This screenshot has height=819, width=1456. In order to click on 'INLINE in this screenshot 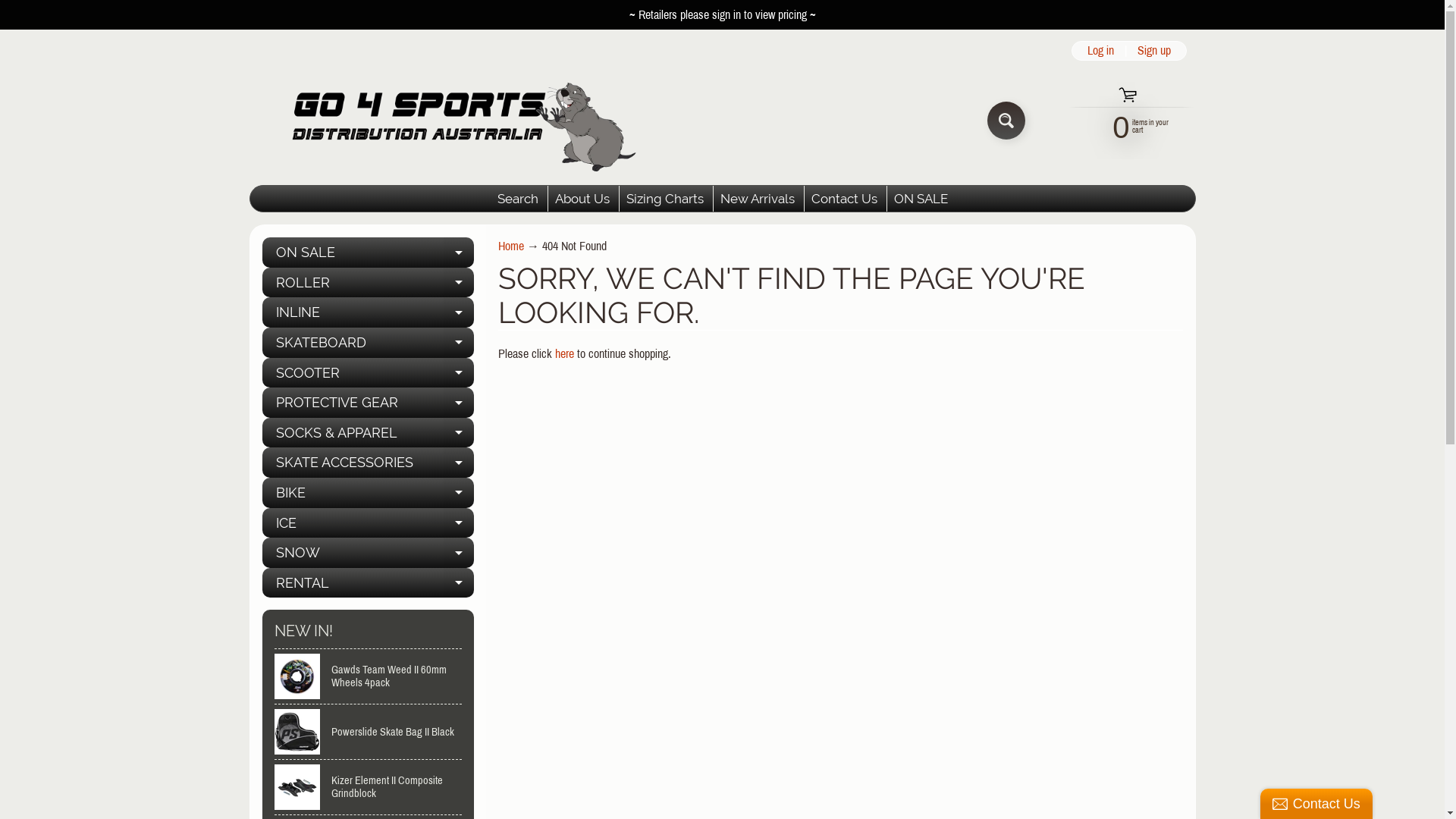, I will do `click(368, 312)`.